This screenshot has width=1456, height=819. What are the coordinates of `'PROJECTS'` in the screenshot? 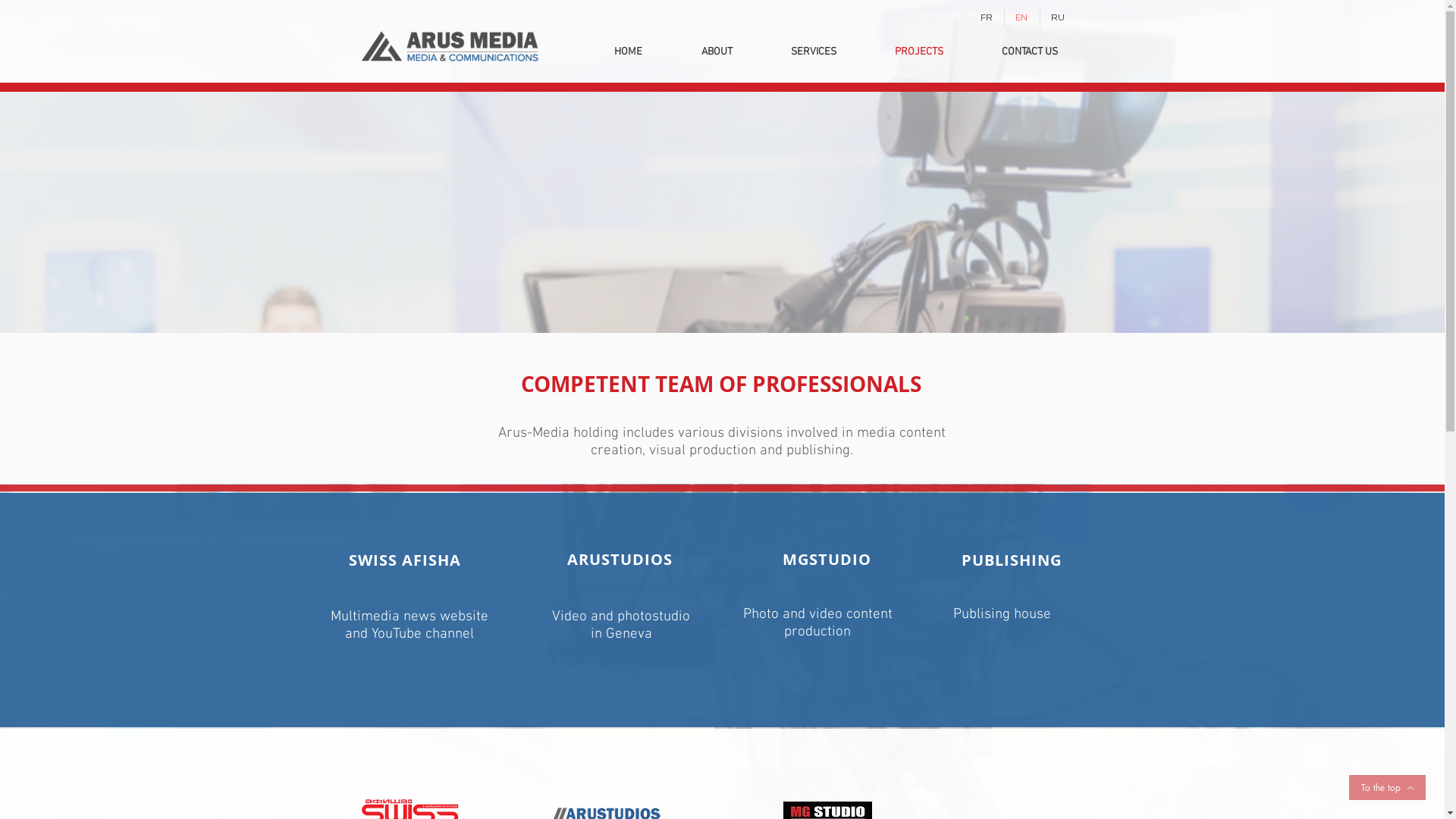 It's located at (866, 51).